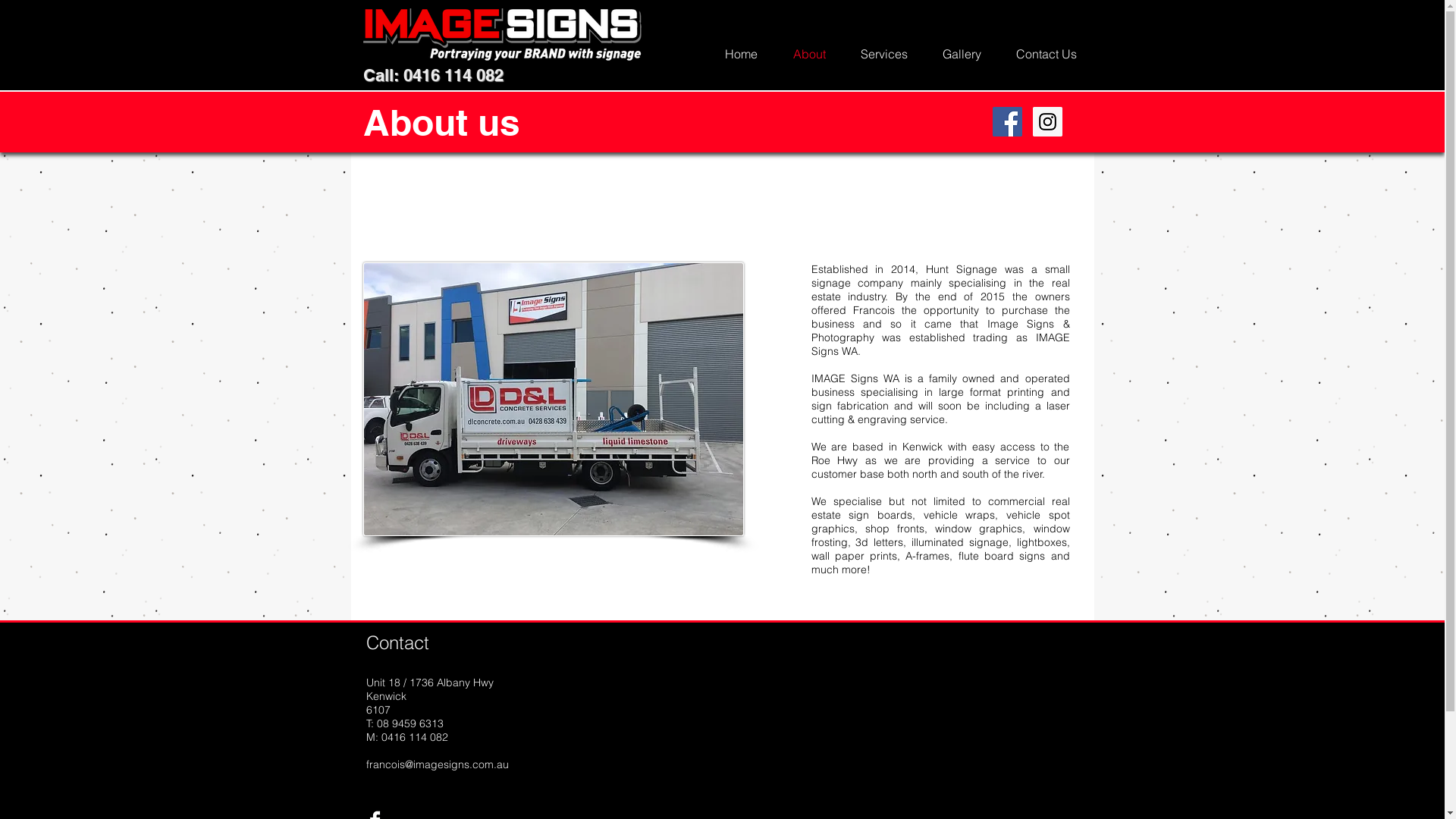  What do you see at coordinates (741, 52) in the screenshot?
I see `'Home'` at bounding box center [741, 52].